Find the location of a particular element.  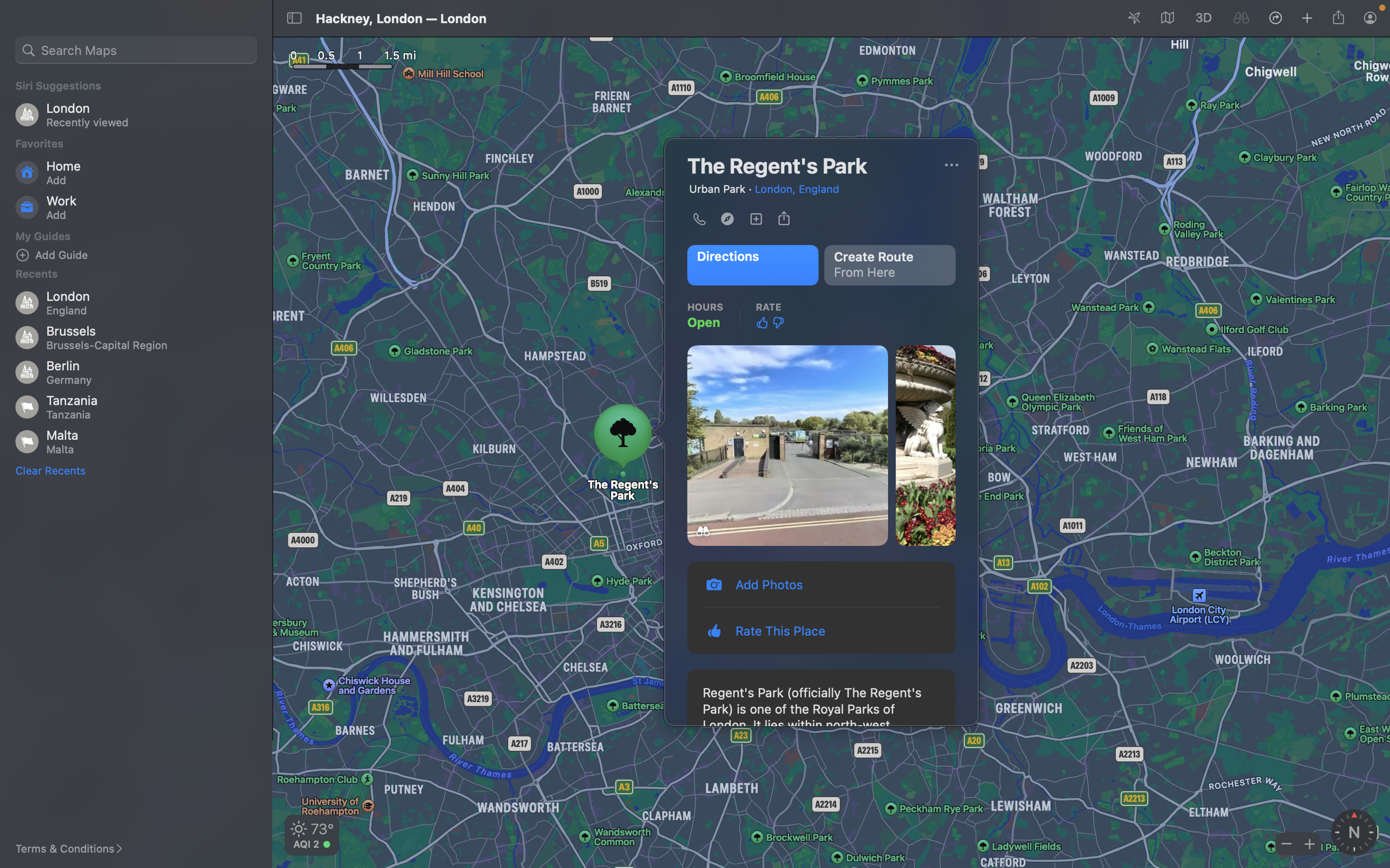

Navigate through user reviews about the location is located at coordinates (2366475, 810278).